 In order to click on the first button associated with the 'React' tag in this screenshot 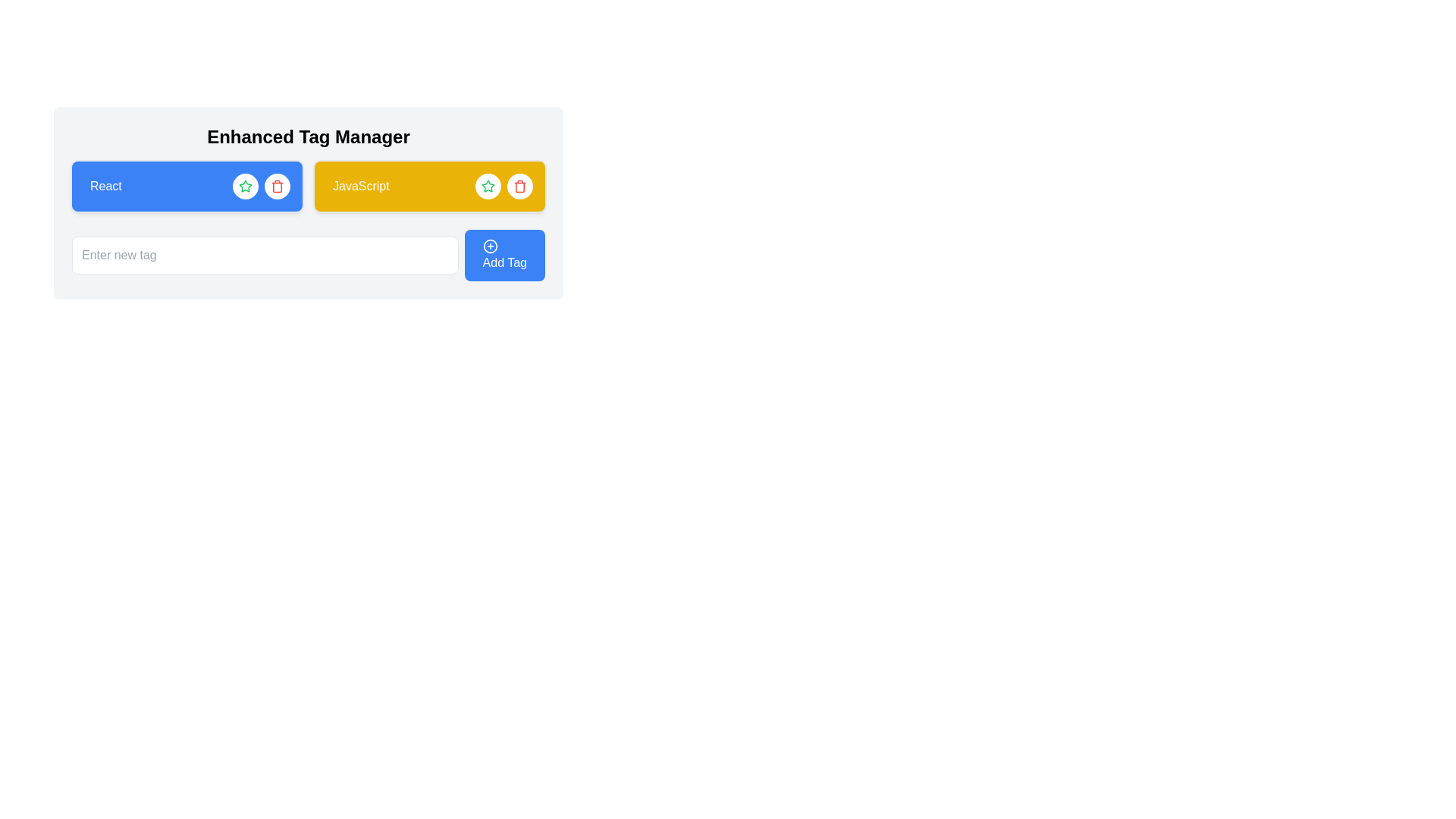, I will do `click(246, 186)`.